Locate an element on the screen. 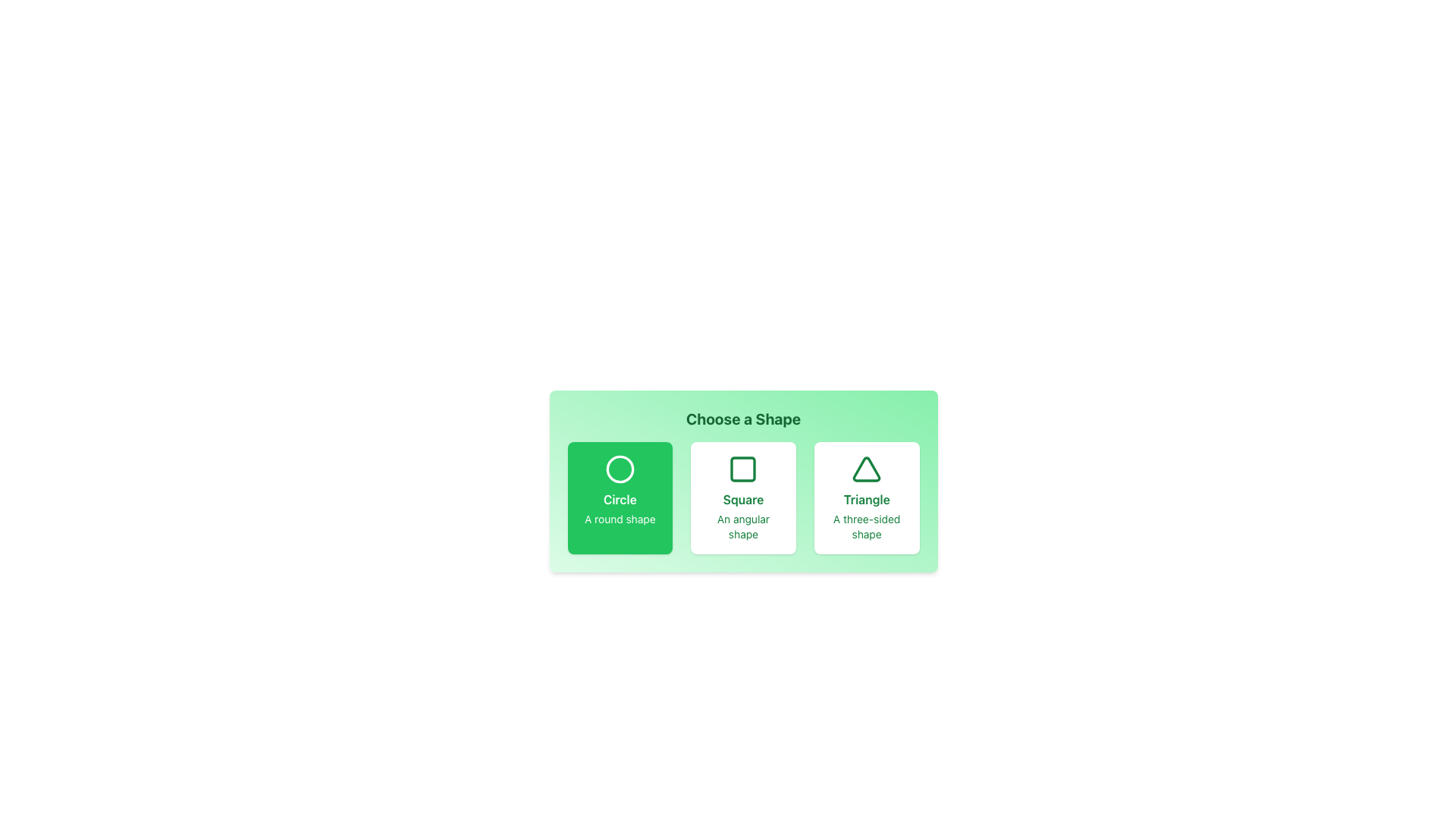  the 'Square' shape option card, which is the second card in the selection grid beneath the 'Choose a Shape' heading is located at coordinates (743, 482).